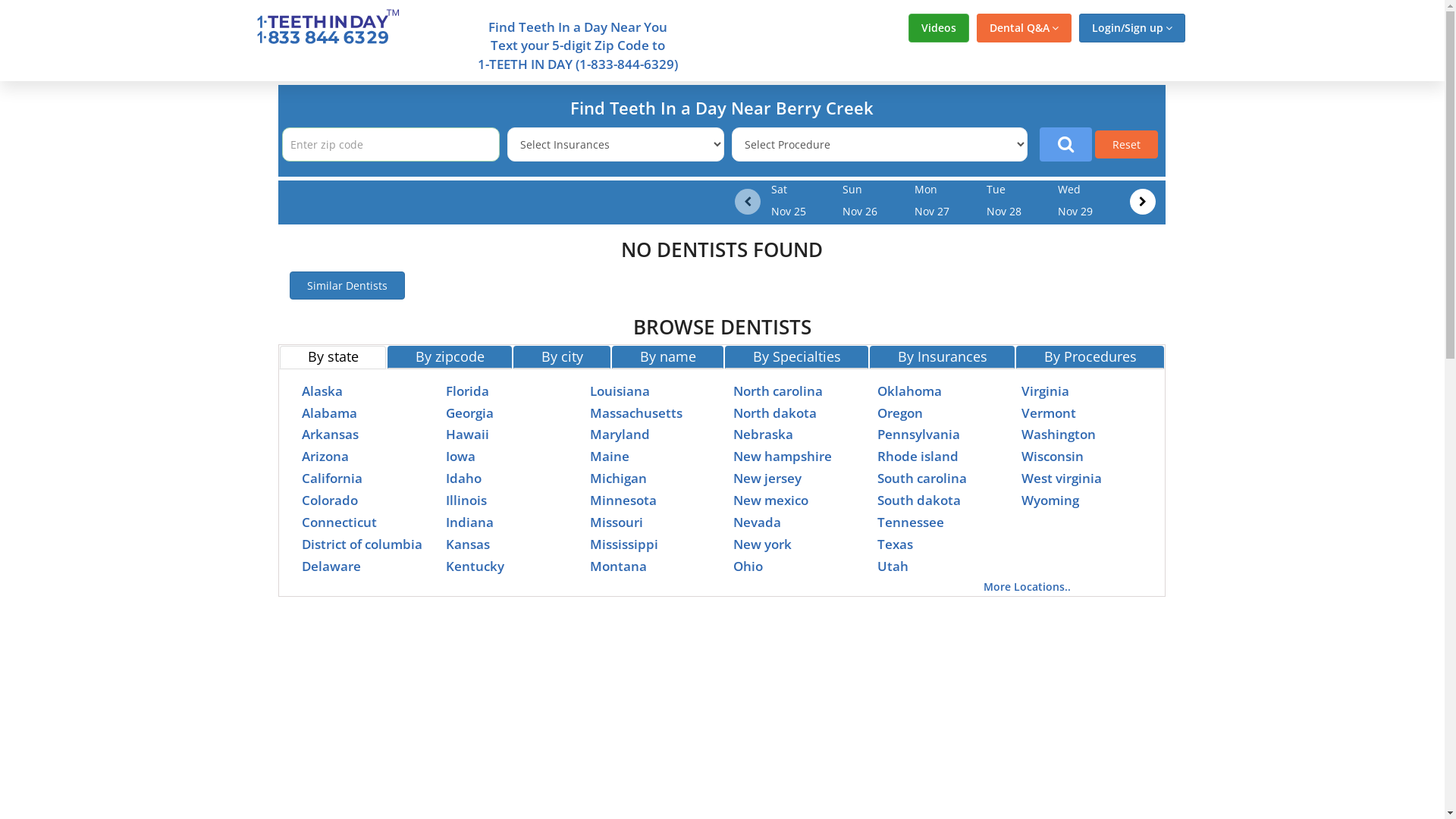  I want to click on 'New mexico', so click(733, 500).